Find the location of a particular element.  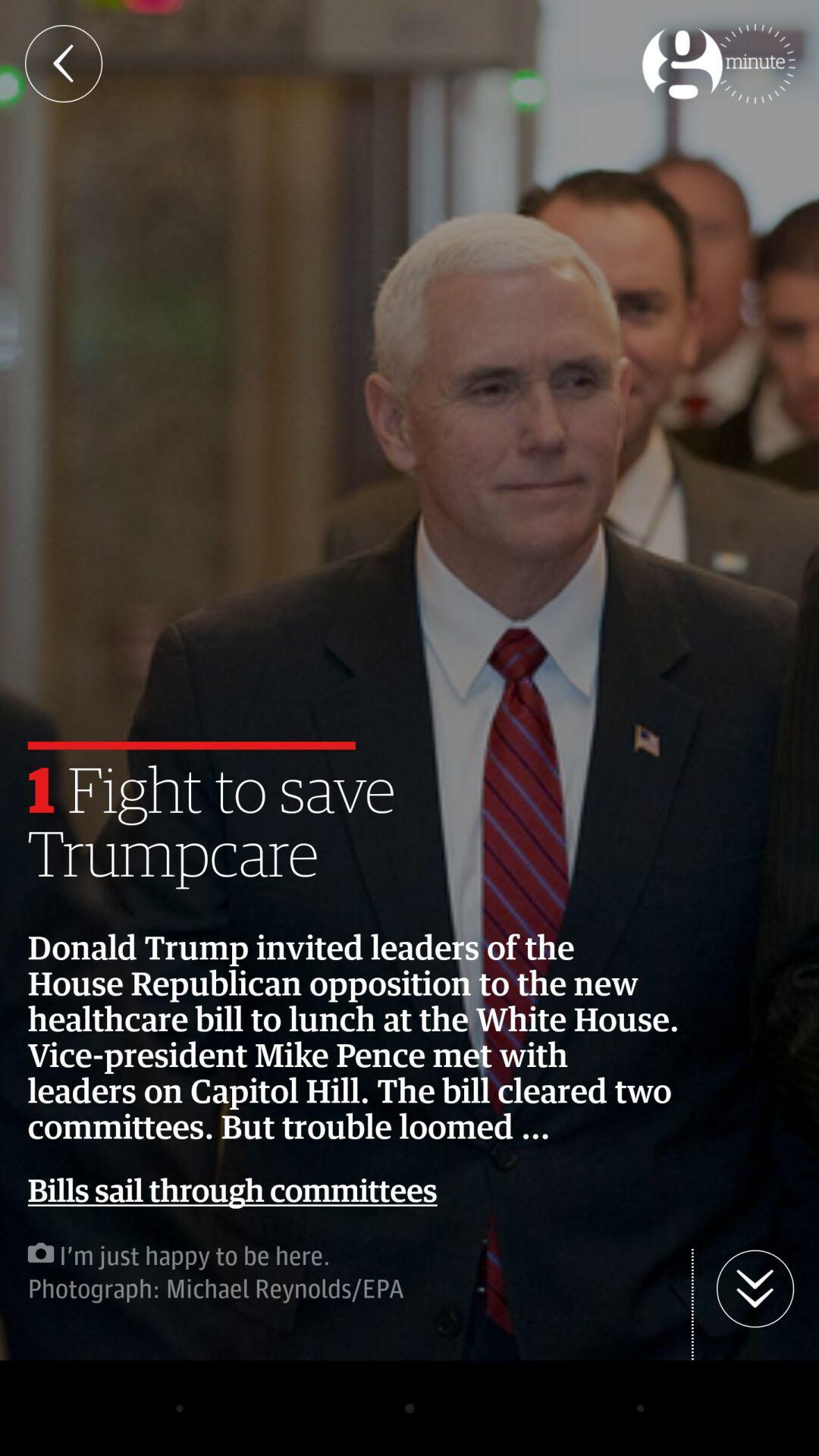

the arrow_downward icon is located at coordinates (755, 1288).